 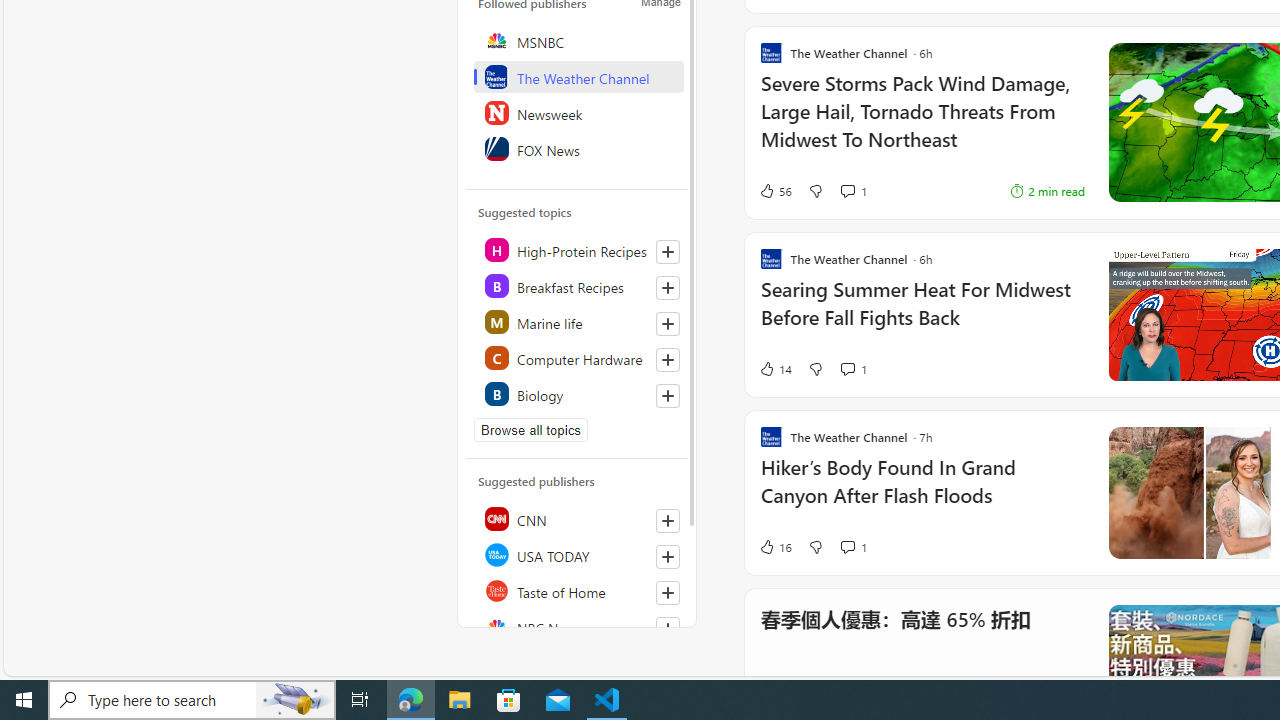 What do you see at coordinates (577, 76) in the screenshot?
I see `'The Weather Channel'` at bounding box center [577, 76].